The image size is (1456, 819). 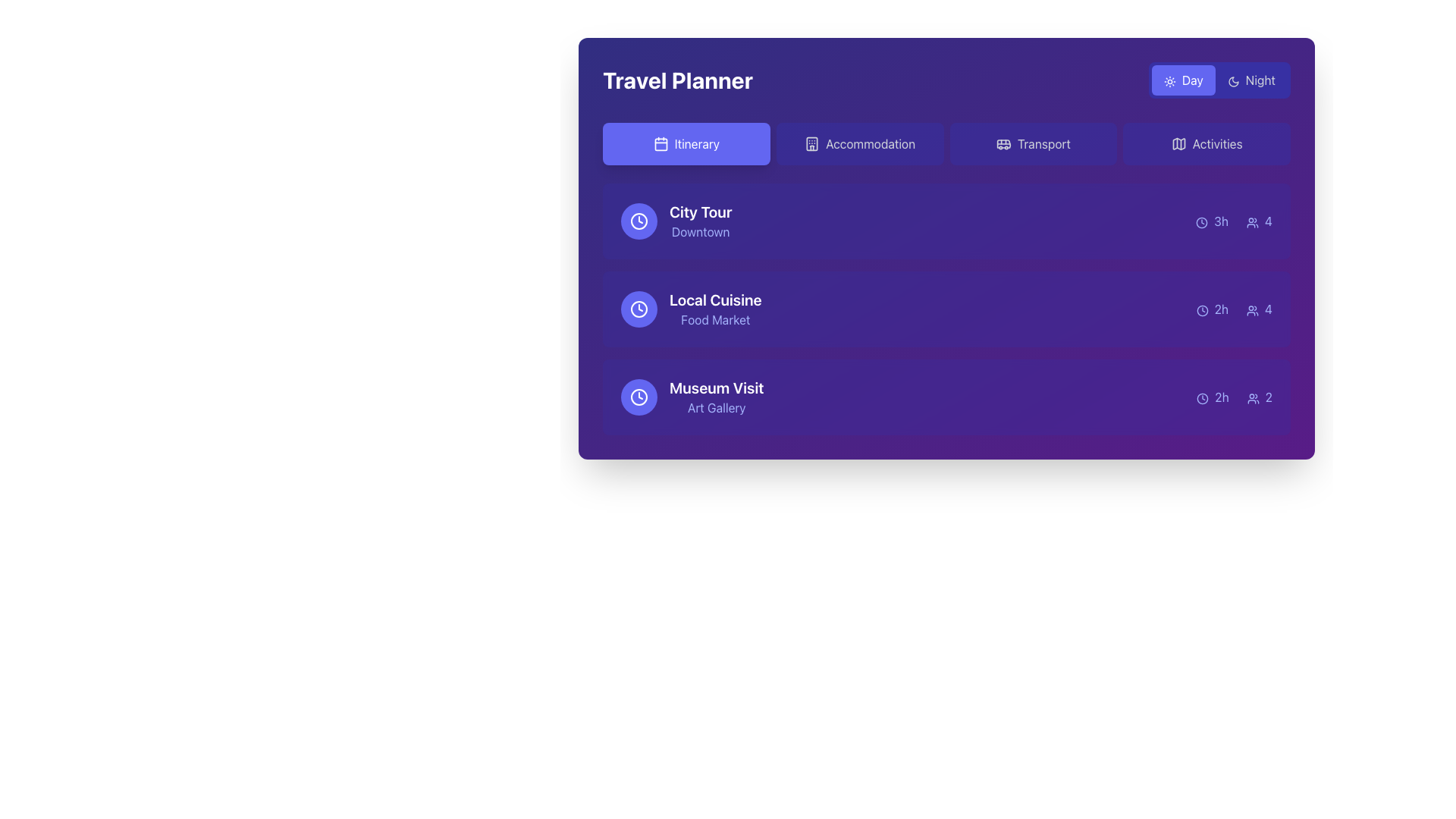 What do you see at coordinates (714, 300) in the screenshot?
I see `the text label that serves as the title for the itinerary entry, positioned below 'City Tour' and above 'Museum Visit', to emphasize or reveal additional information` at bounding box center [714, 300].